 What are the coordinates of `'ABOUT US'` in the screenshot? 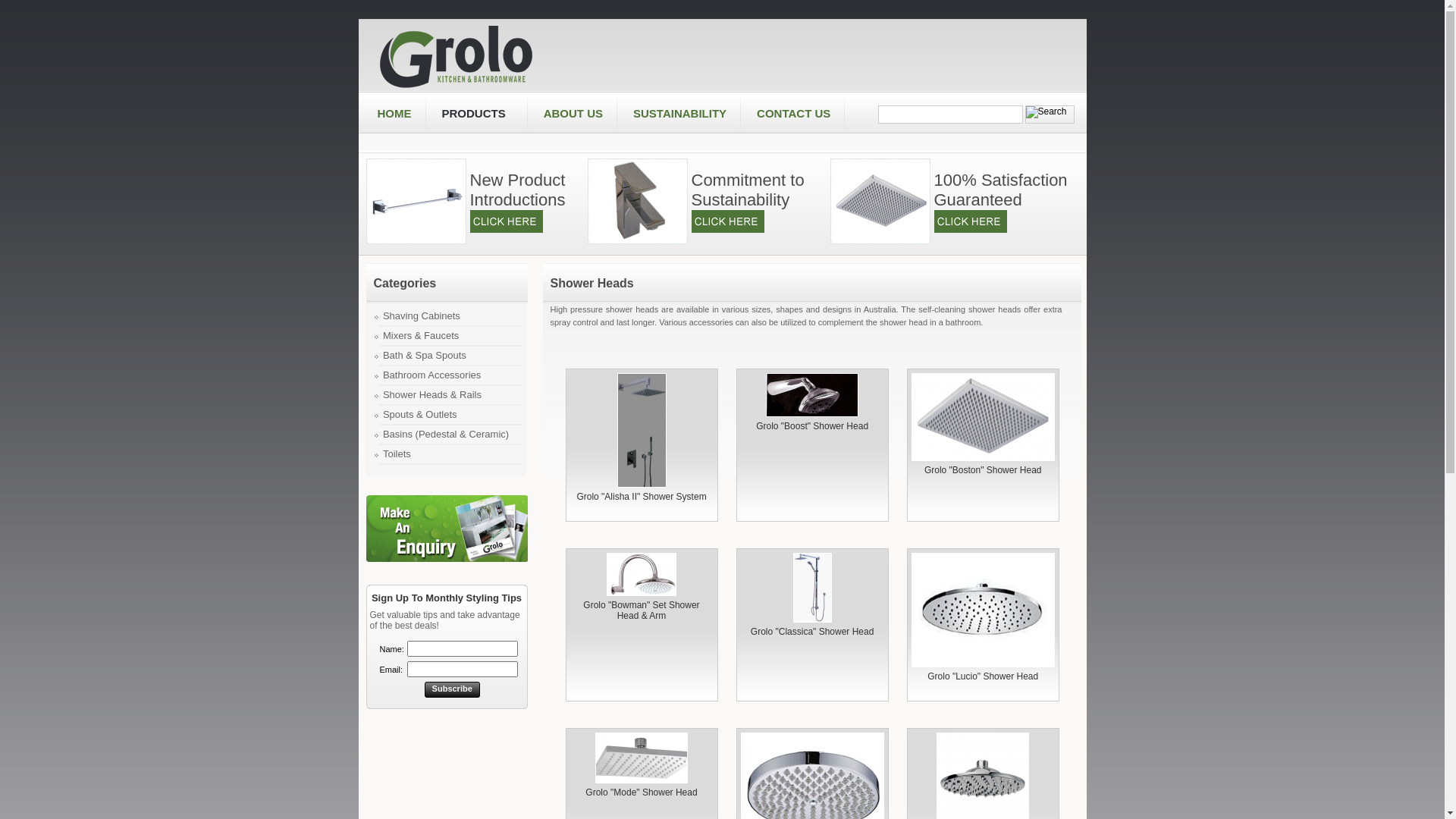 It's located at (573, 113).